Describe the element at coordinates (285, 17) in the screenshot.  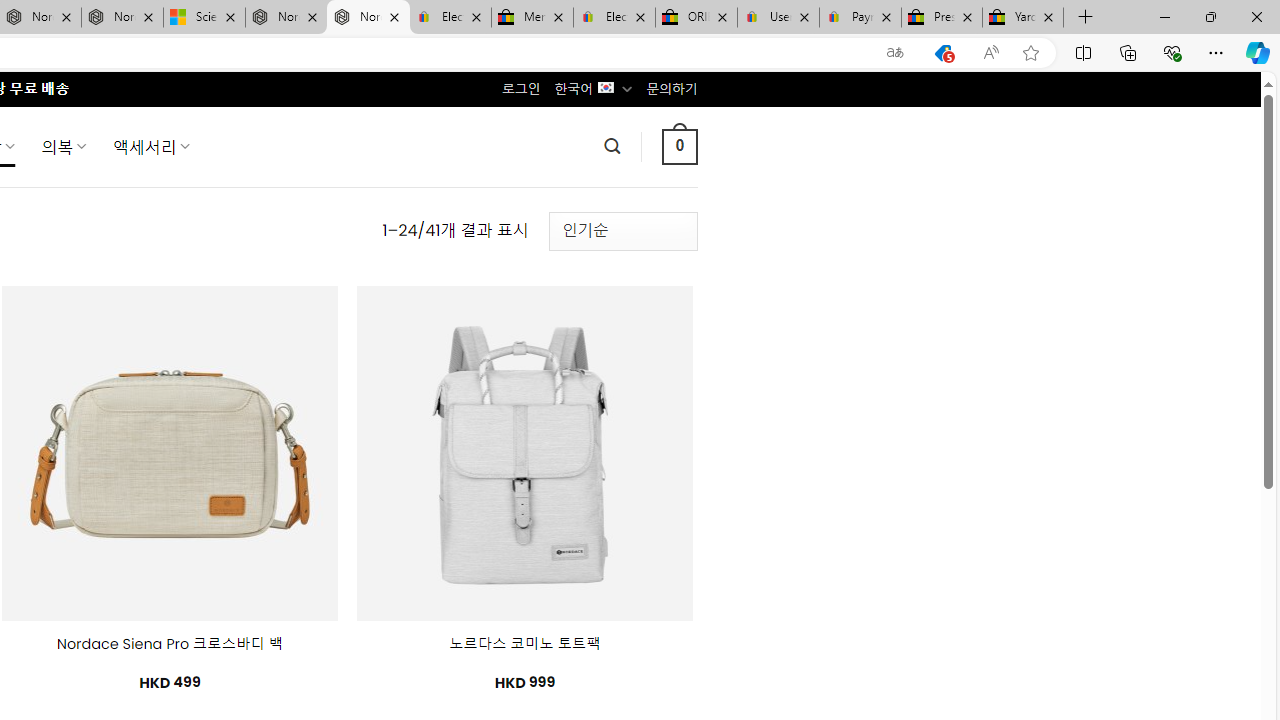
I see `'Nordace - Summer Adventures 2024'` at that location.